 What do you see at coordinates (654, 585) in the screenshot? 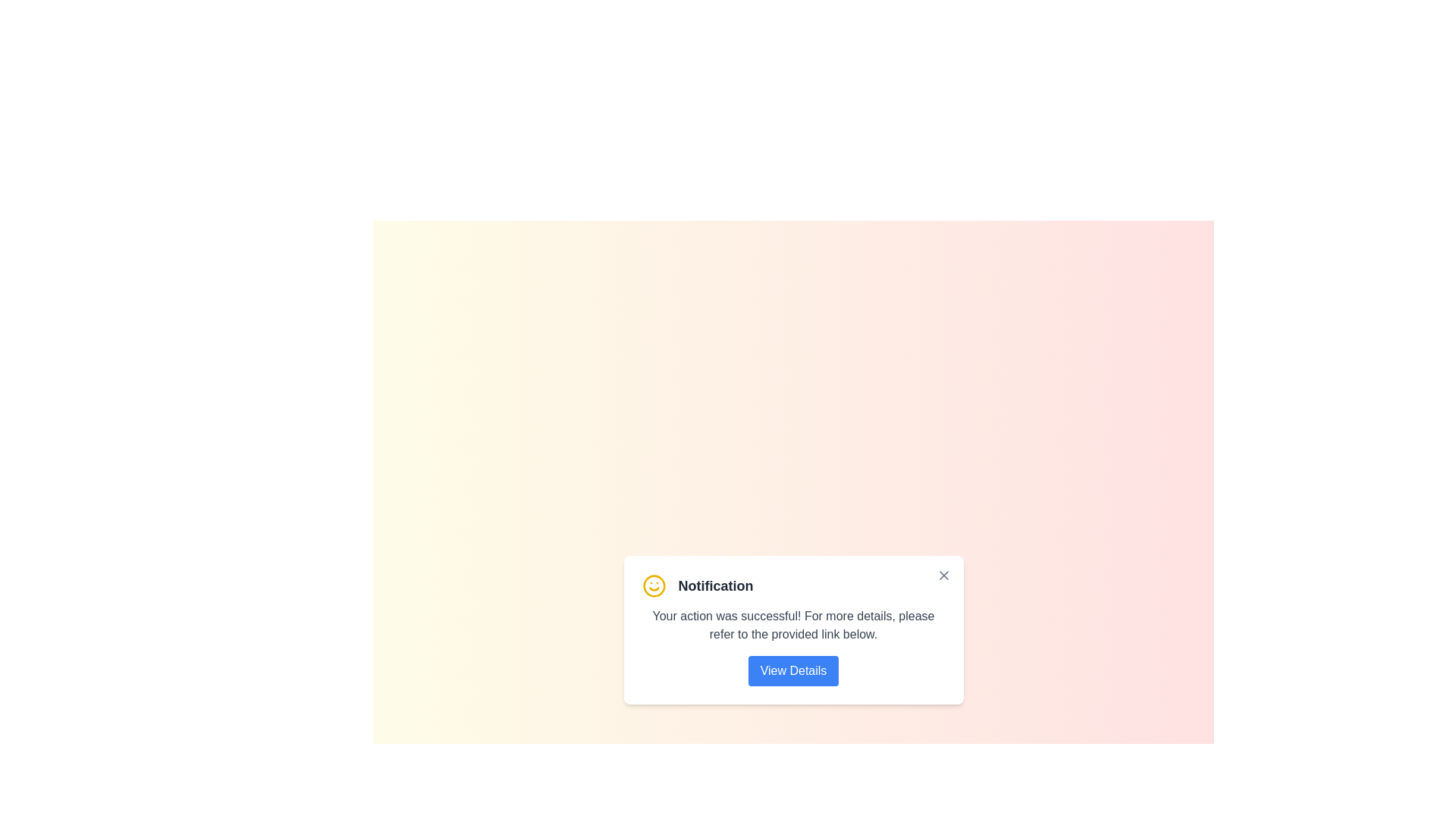
I see `the smiley icon to trigger animations or feedback` at bounding box center [654, 585].